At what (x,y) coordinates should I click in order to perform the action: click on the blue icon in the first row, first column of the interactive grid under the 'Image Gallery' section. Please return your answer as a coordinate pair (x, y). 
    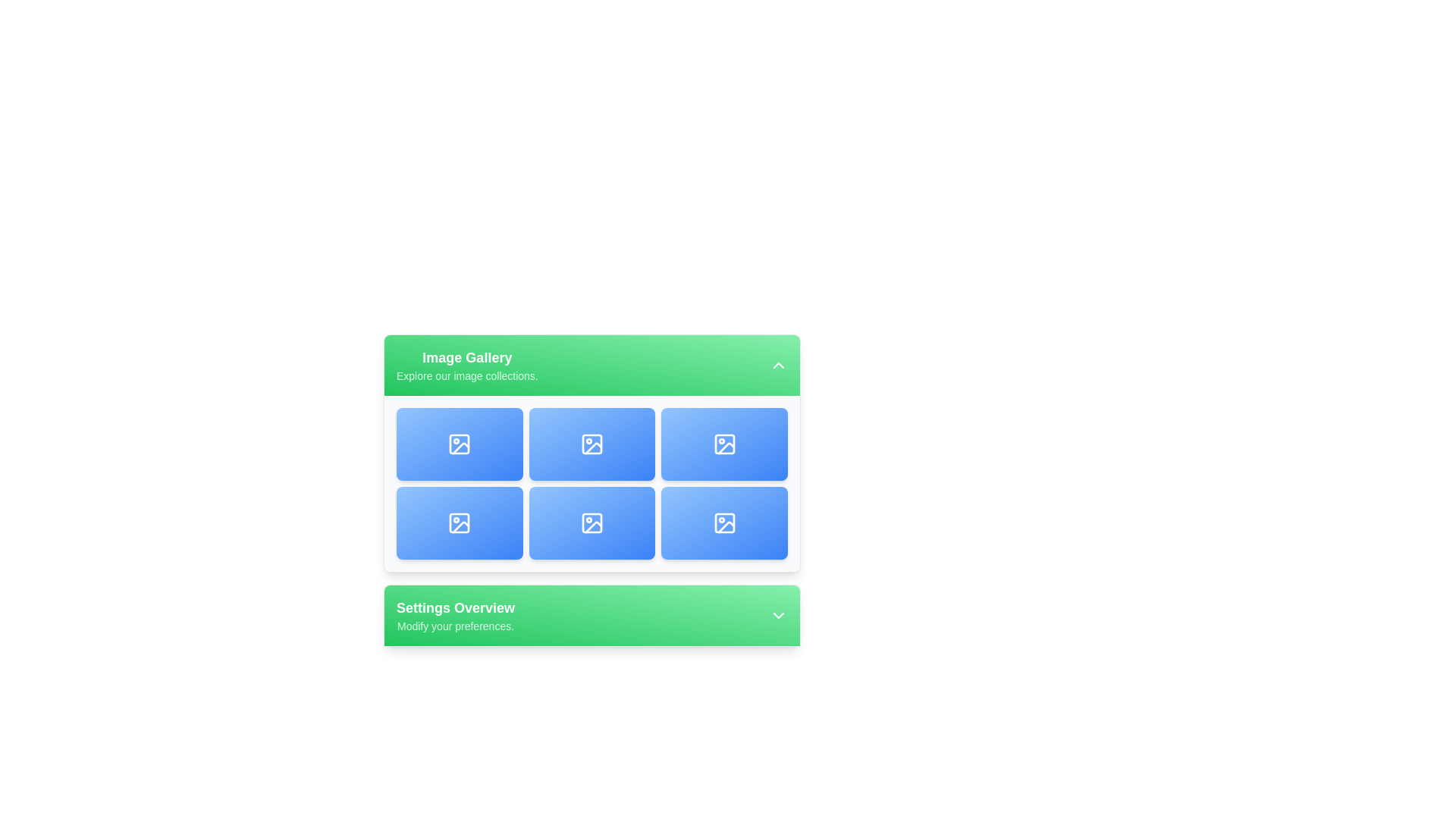
    Looking at the image, I should click on (458, 444).